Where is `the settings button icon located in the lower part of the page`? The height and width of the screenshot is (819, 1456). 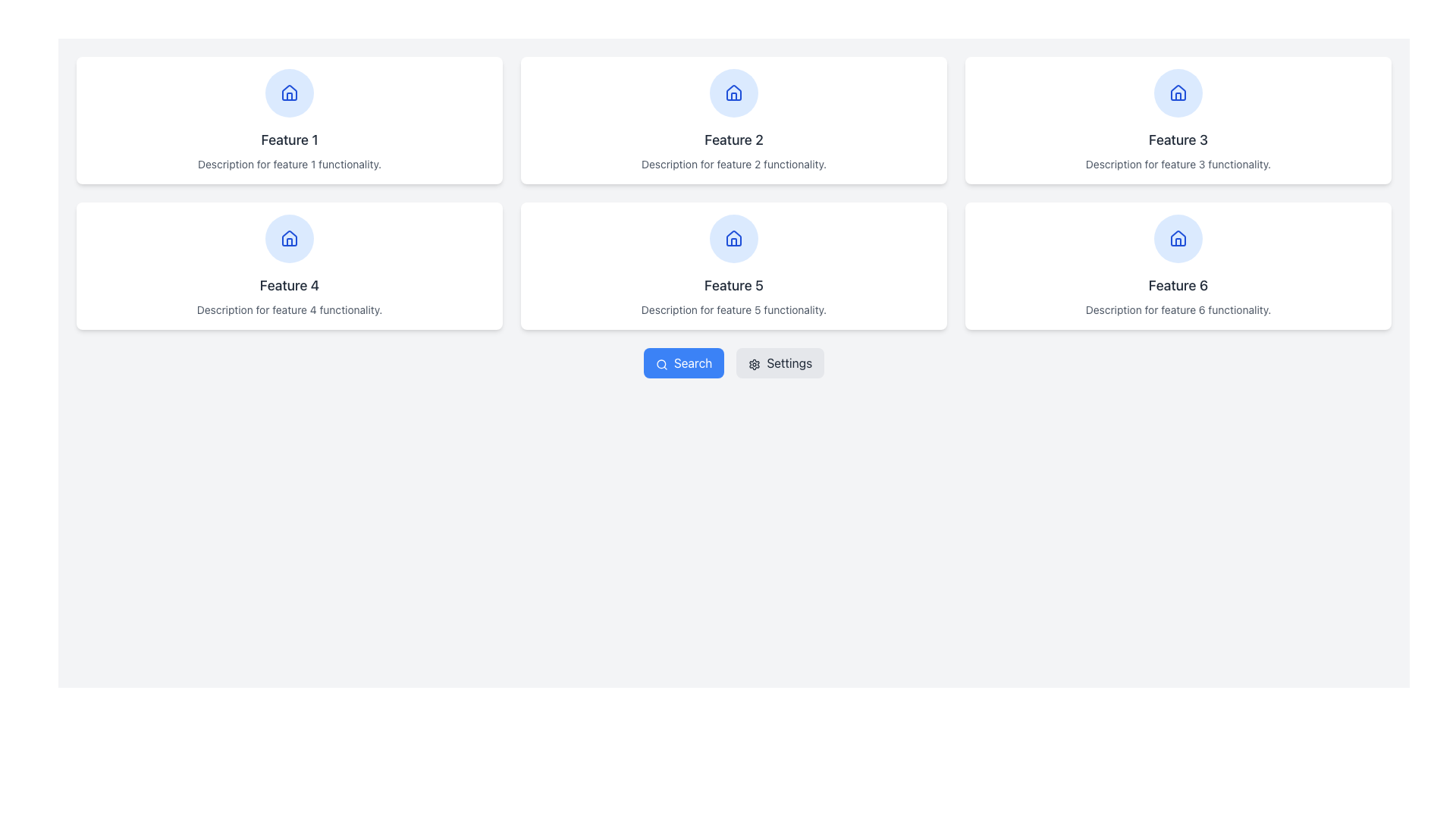 the settings button icon located in the lower part of the page is located at coordinates (755, 364).